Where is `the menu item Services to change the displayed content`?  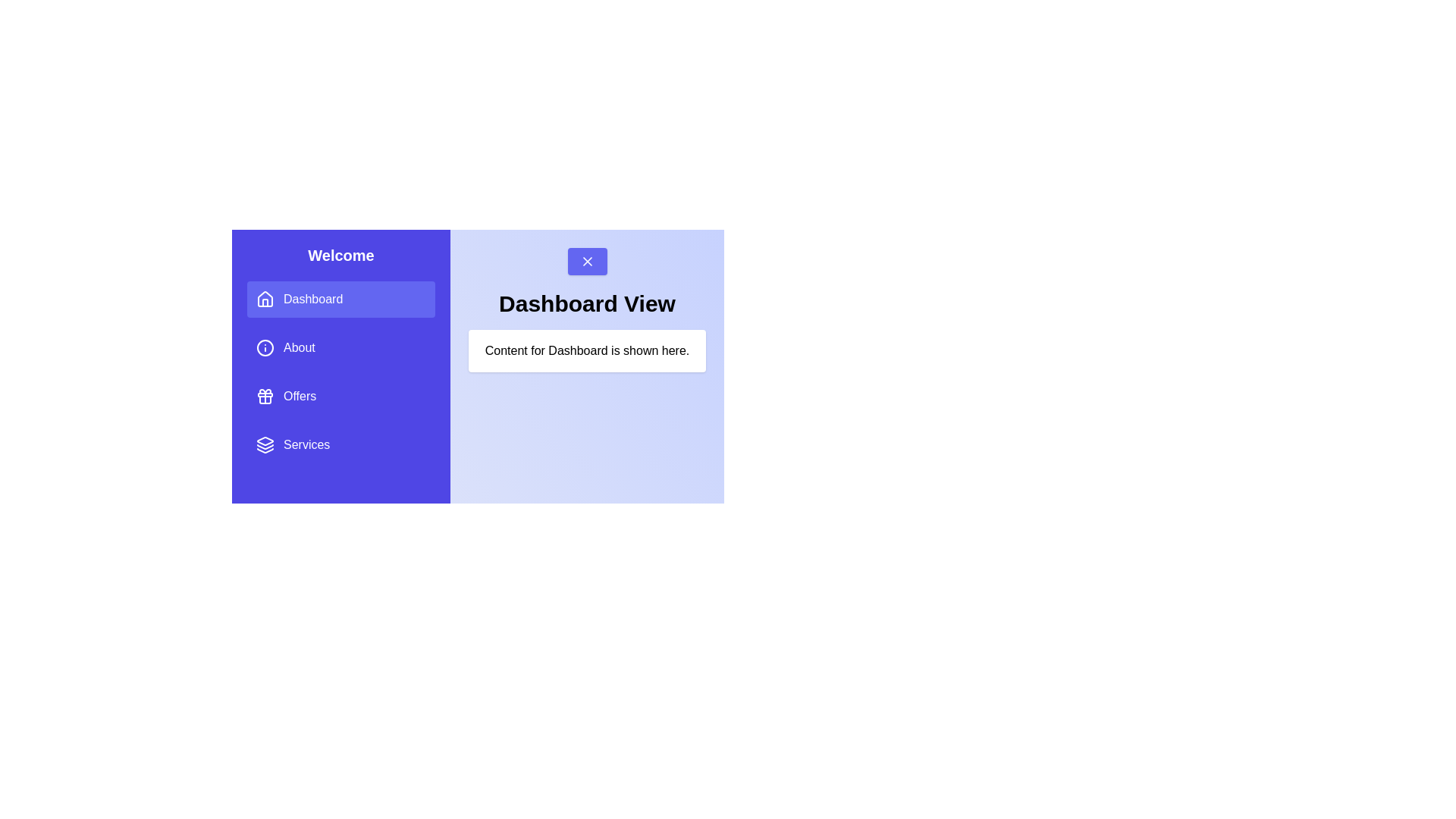
the menu item Services to change the displayed content is located at coordinates (340, 444).